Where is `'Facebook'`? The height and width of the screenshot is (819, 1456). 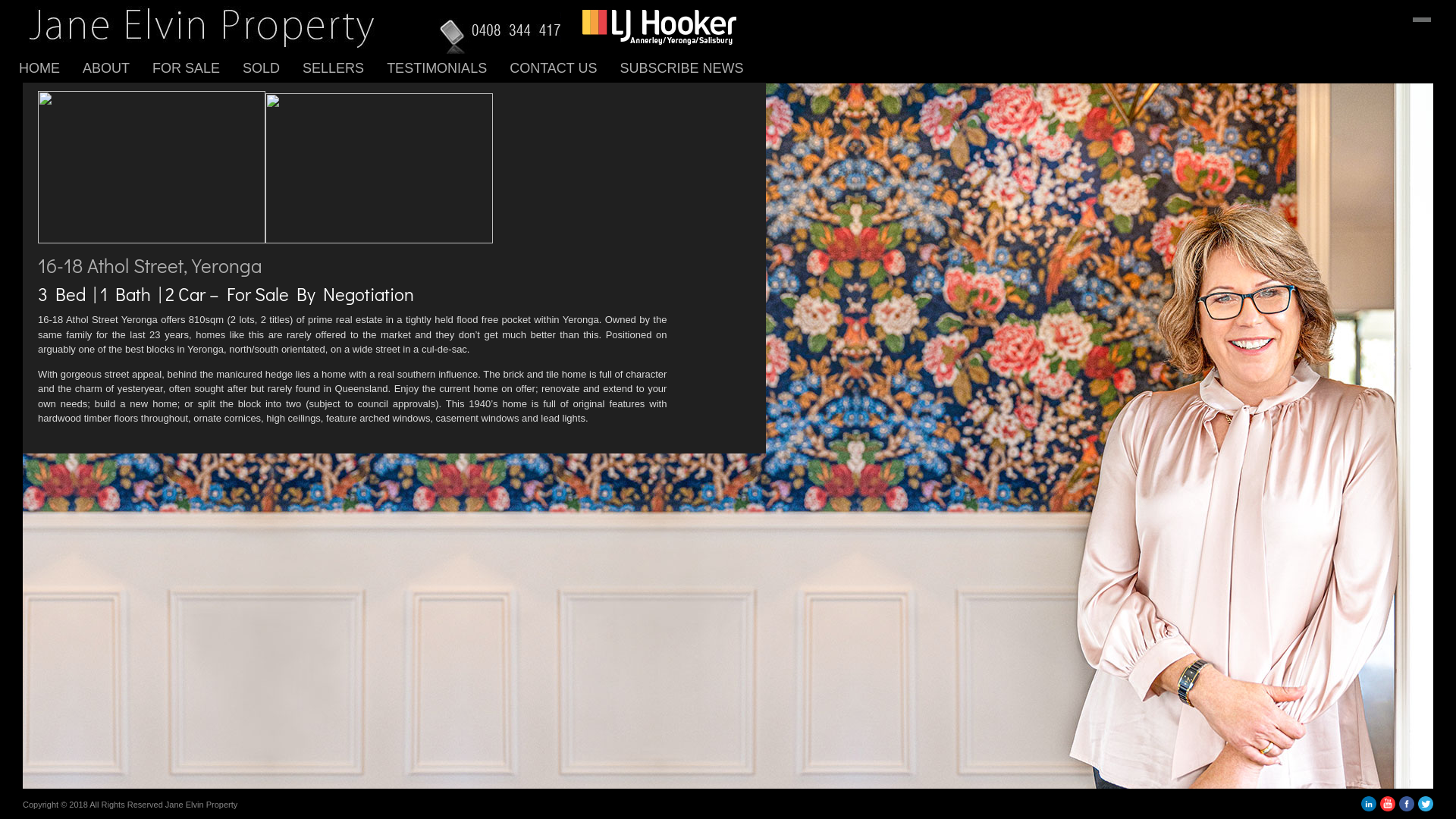
'Facebook' is located at coordinates (1405, 807).